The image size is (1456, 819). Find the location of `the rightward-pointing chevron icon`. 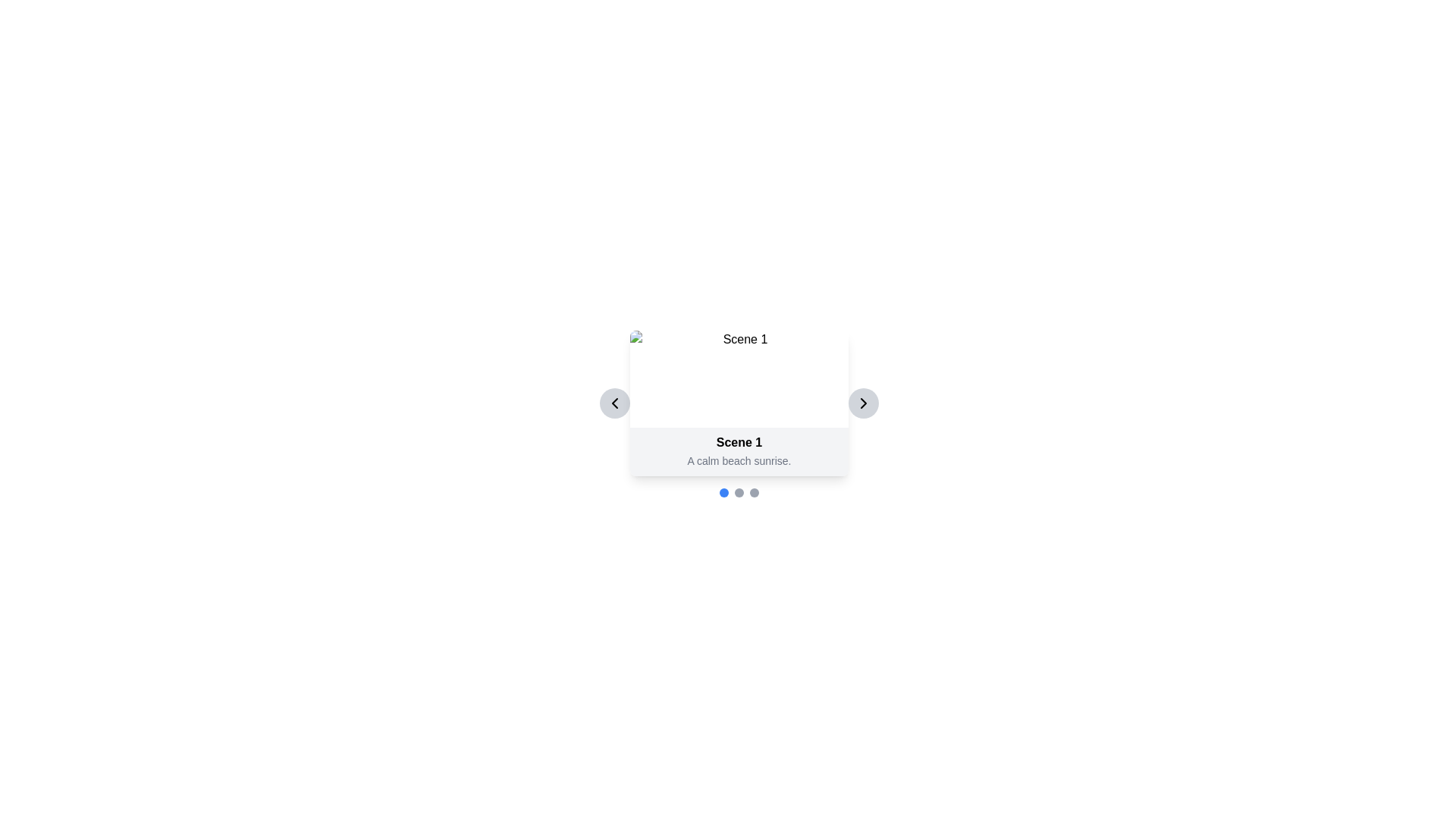

the rightward-pointing chevron icon is located at coordinates (863, 403).